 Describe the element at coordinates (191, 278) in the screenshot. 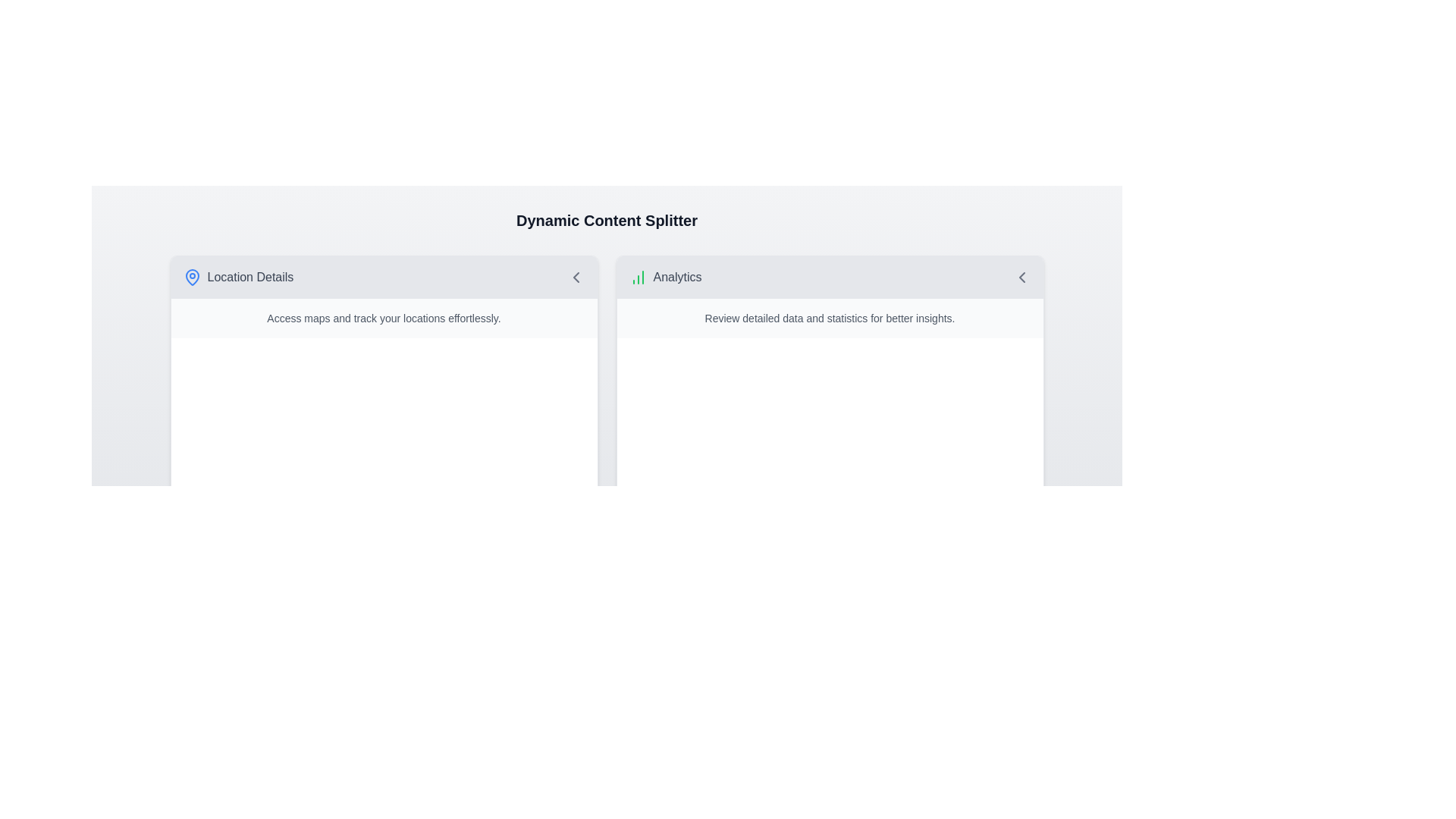

I see `the geographical location marker icon within the 'Location Details' tile header` at that location.